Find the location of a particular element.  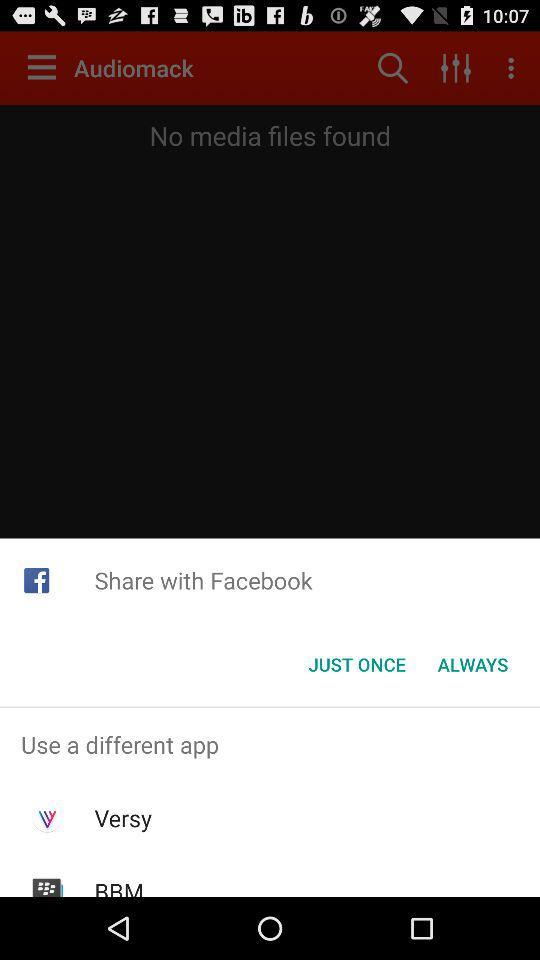

icon below the share with facebook item is located at coordinates (472, 664).